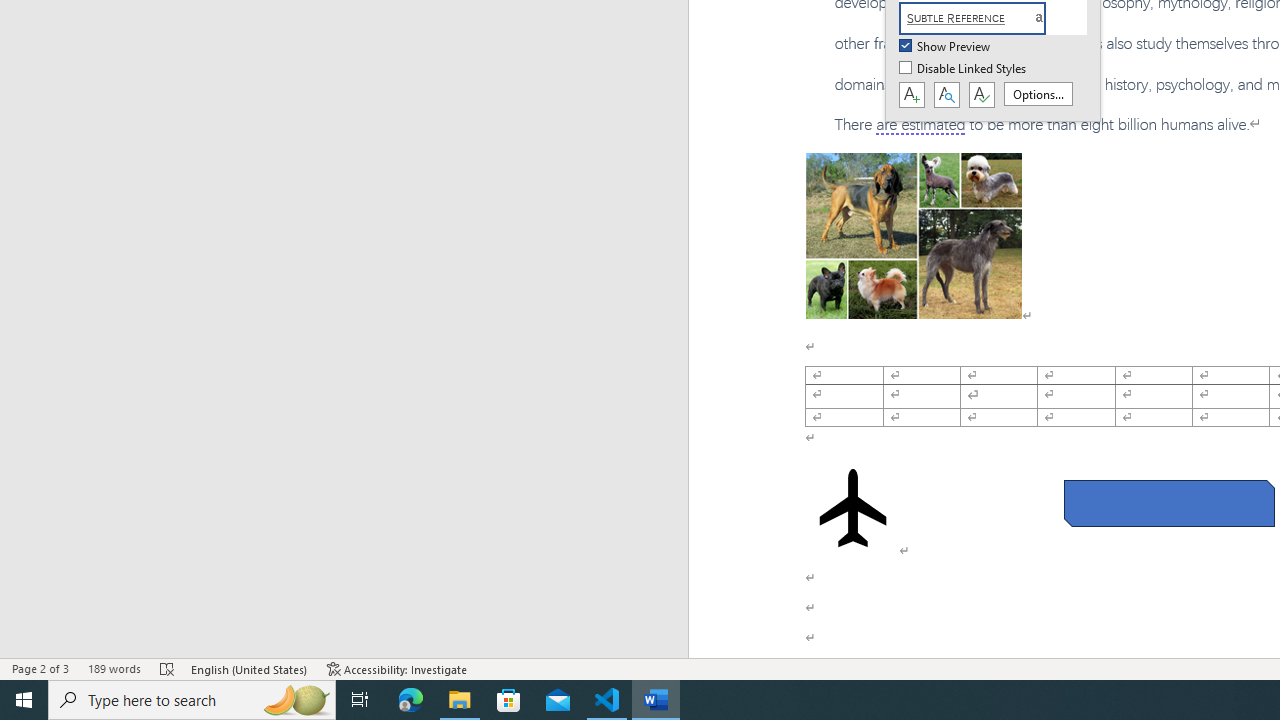 The width and height of the screenshot is (1280, 720). What do you see at coordinates (1038, 93) in the screenshot?
I see `'Options...'` at bounding box center [1038, 93].